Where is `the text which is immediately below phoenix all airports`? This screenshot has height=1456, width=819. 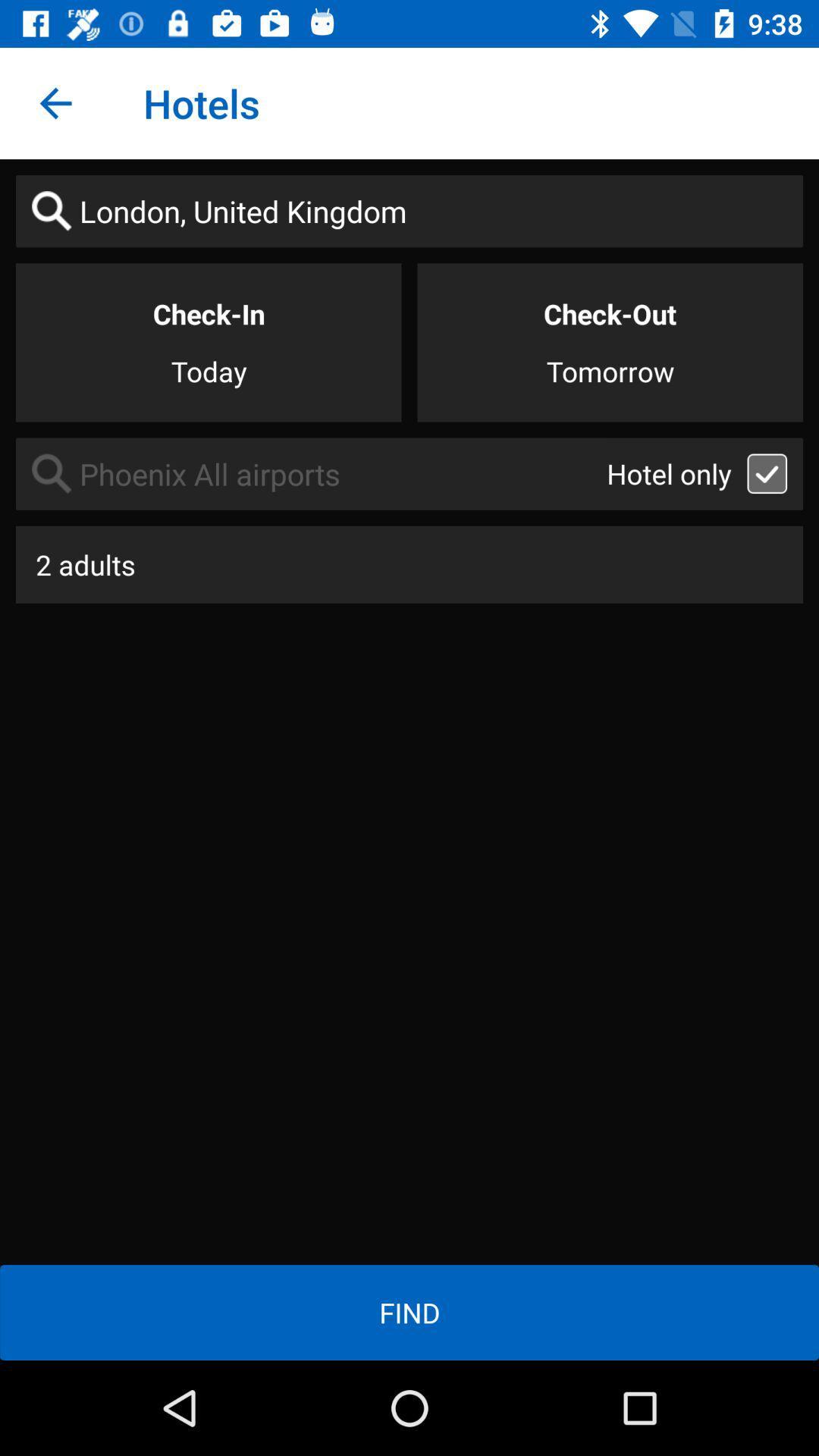
the text which is immediately below phoenix all airports is located at coordinates (409, 563).